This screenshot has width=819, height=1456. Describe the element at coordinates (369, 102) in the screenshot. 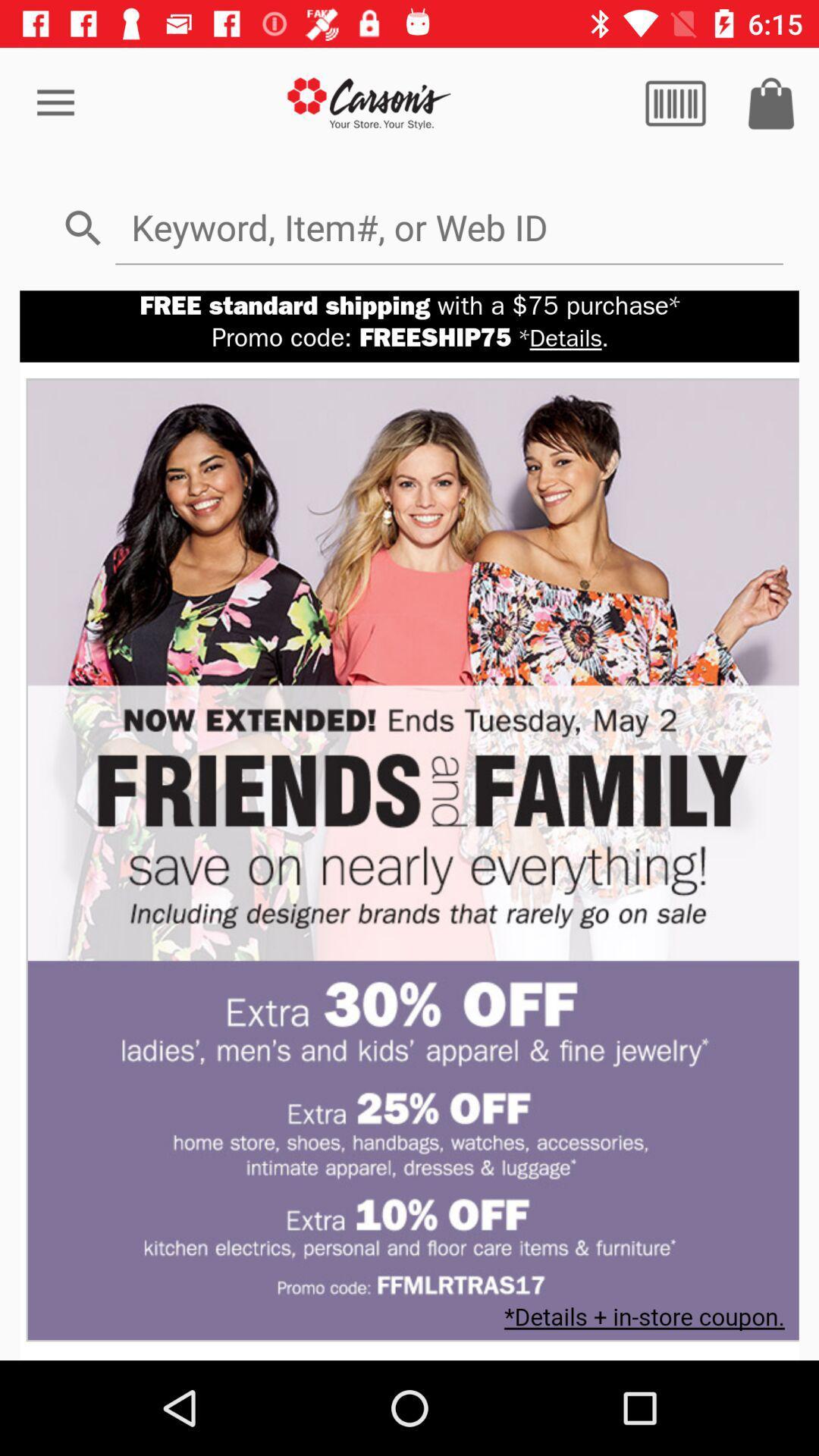

I see `go store home page` at that location.